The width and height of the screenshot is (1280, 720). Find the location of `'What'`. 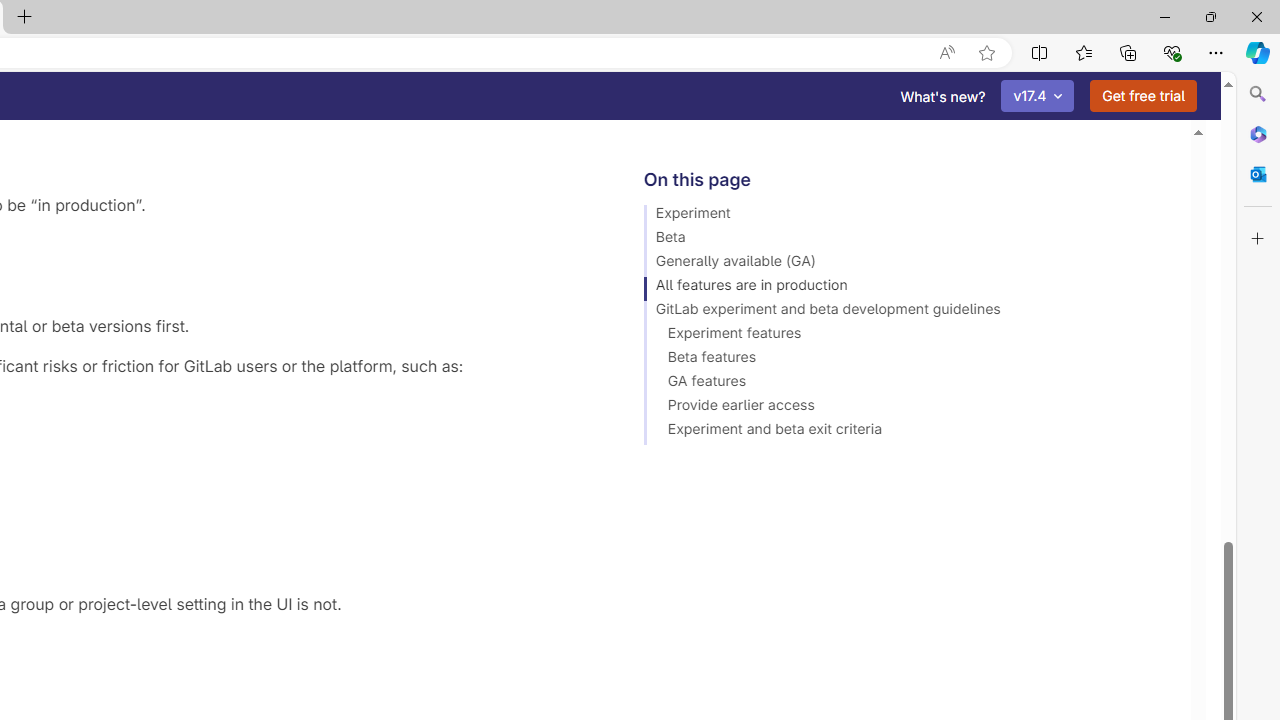

'What' is located at coordinates (942, 96).